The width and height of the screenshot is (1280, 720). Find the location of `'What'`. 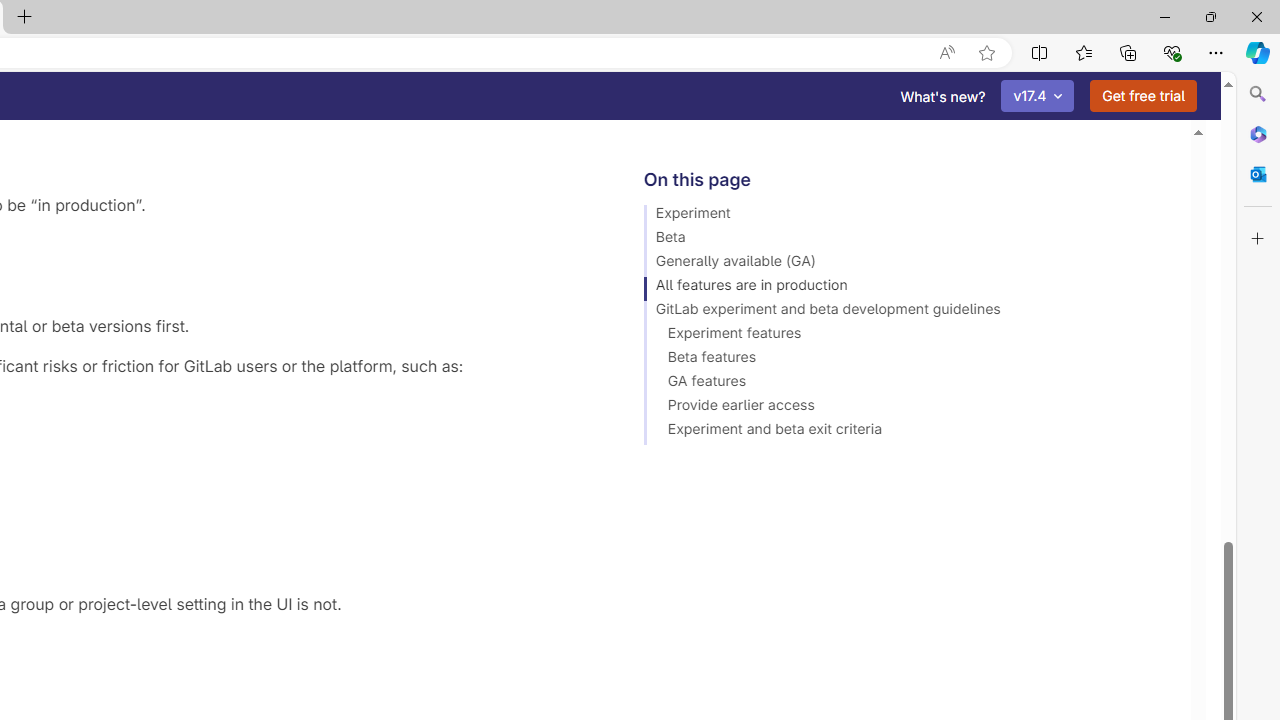

'What' is located at coordinates (942, 96).